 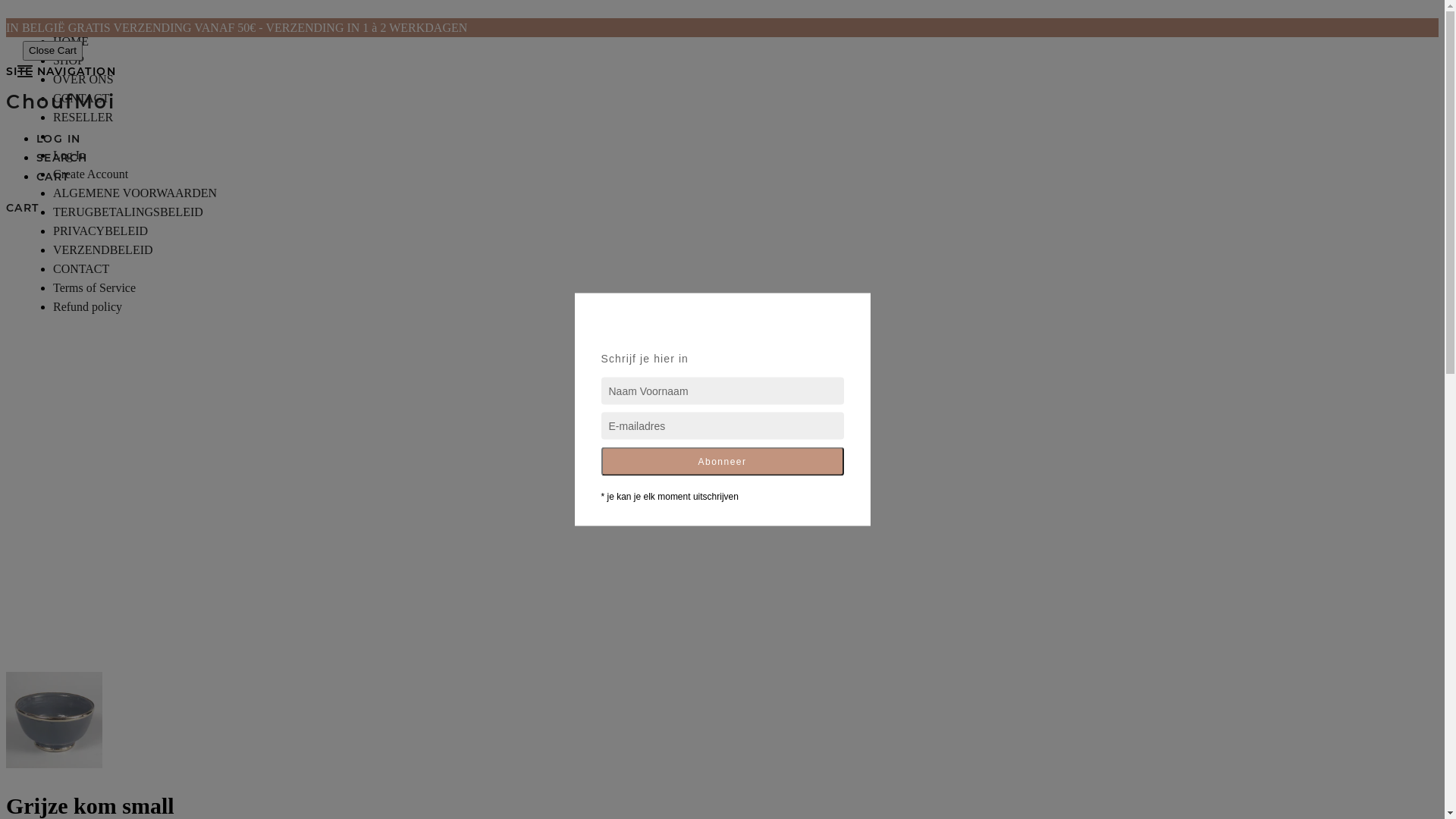 I want to click on 'VERZENDBELEID', so click(x=102, y=249).